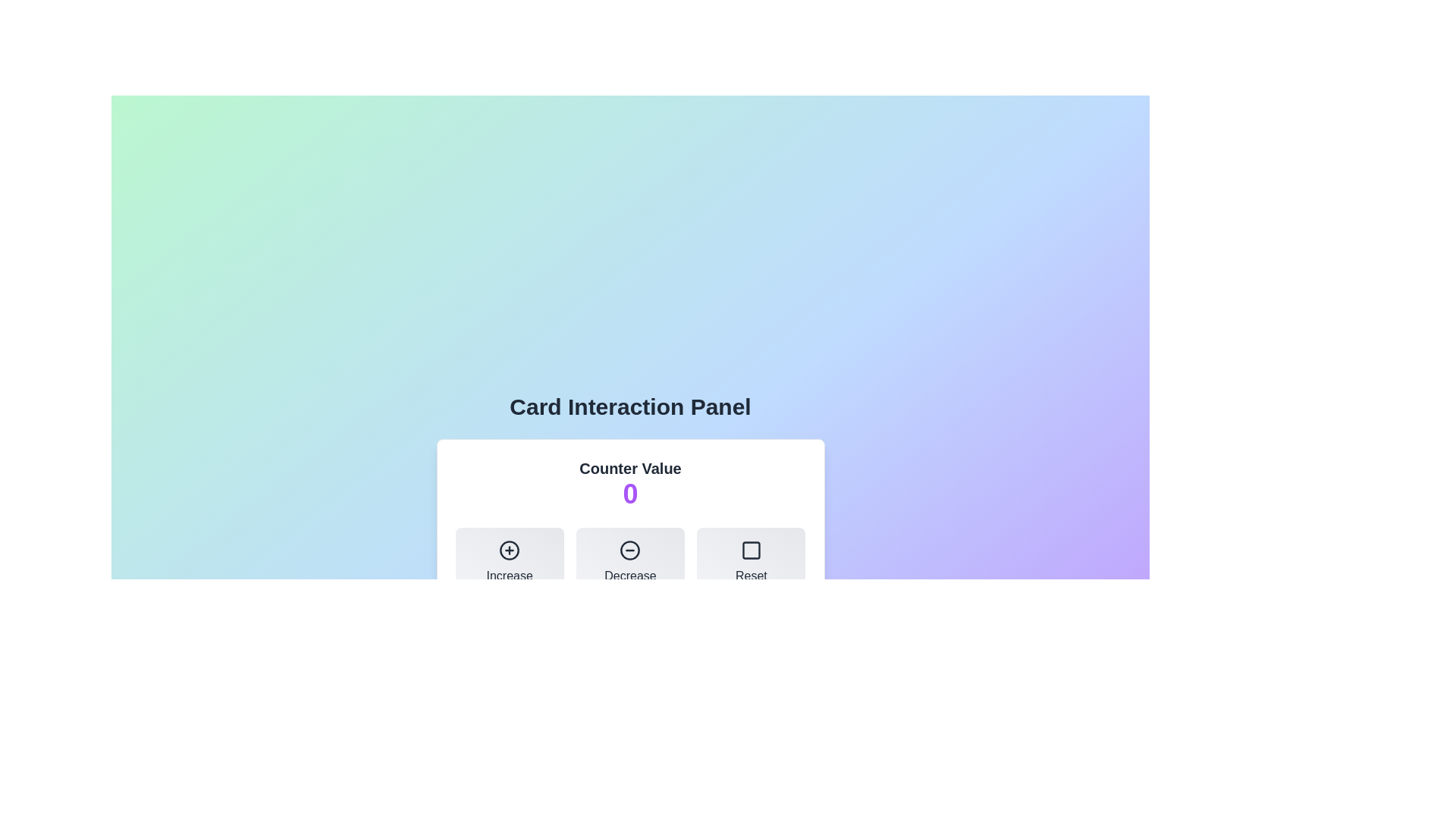 This screenshot has width=1456, height=819. I want to click on the text label reading 'Counter Value', which is styled with a bold font and located above the numeric display in the center of the panel, so click(630, 467).